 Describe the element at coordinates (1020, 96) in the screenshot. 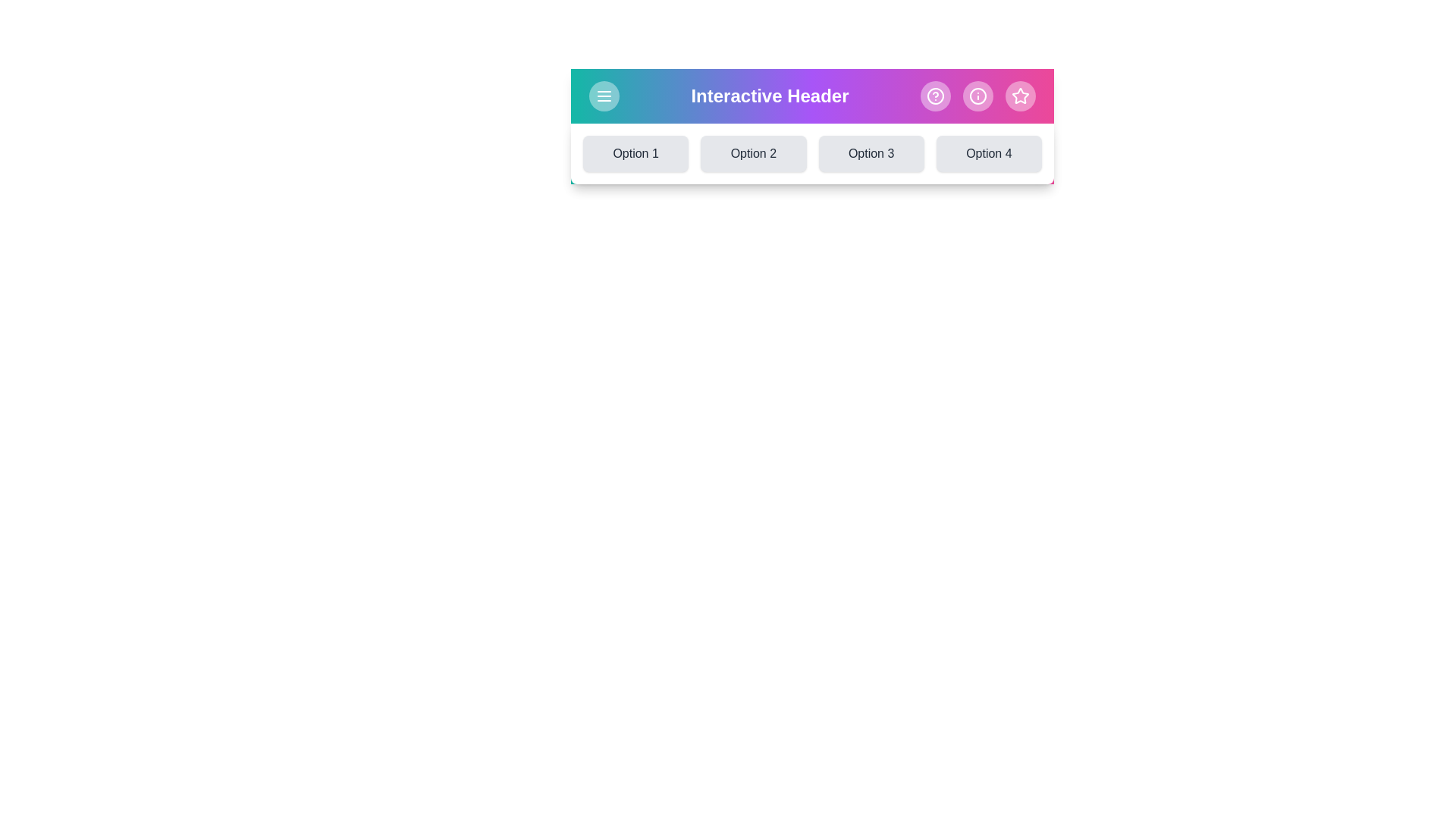

I see `the star icon to activate its functionality` at that location.